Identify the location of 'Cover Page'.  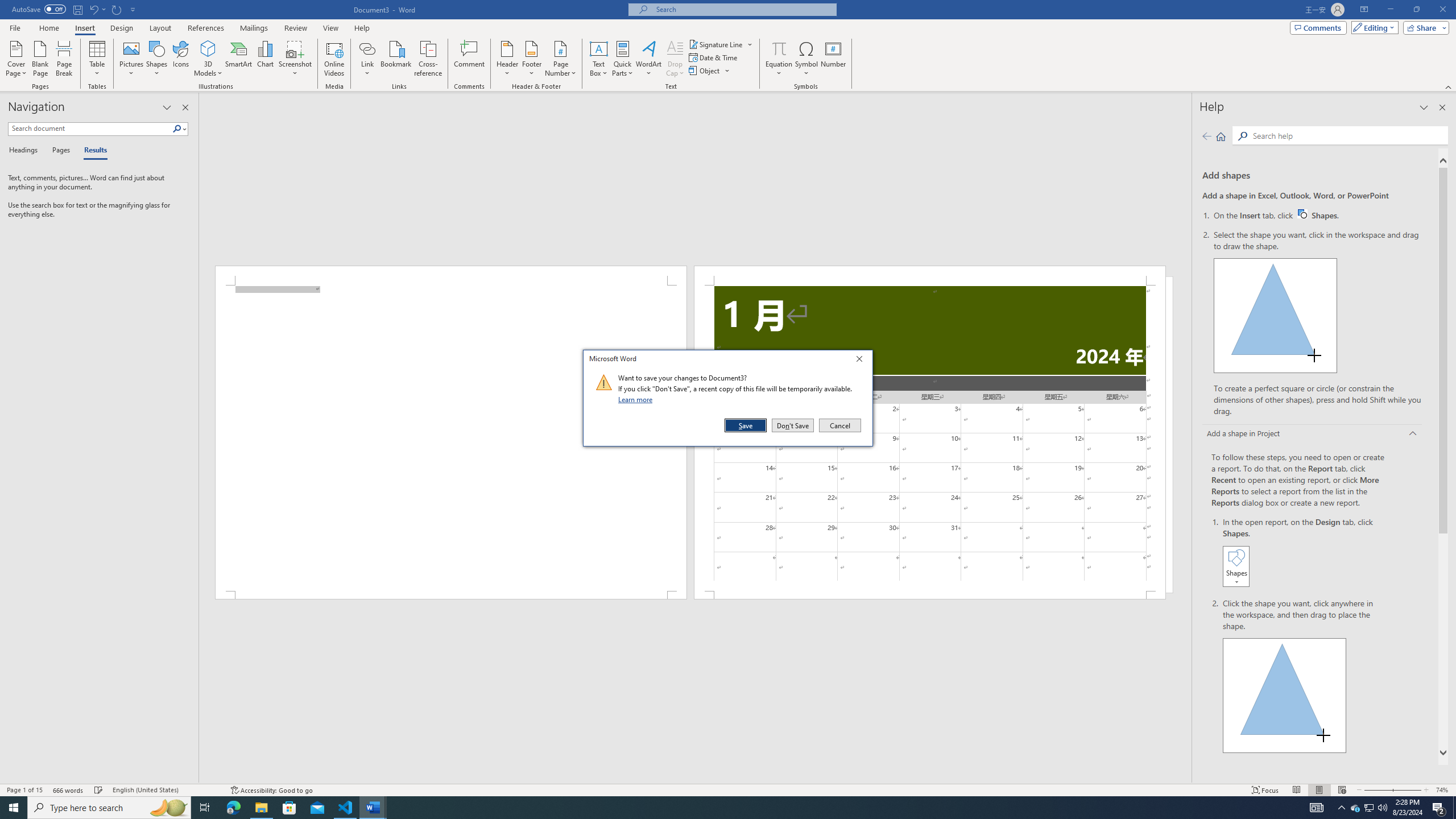
(16, 59).